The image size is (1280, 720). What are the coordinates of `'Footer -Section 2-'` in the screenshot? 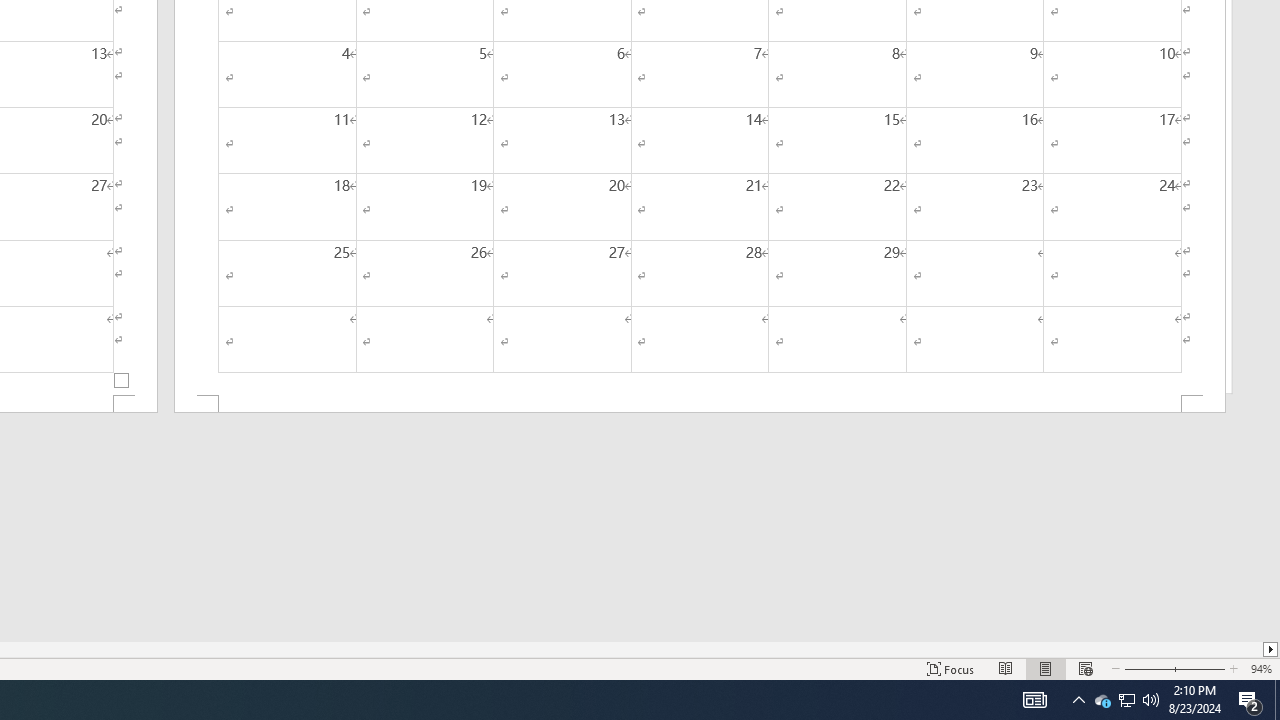 It's located at (700, 404).